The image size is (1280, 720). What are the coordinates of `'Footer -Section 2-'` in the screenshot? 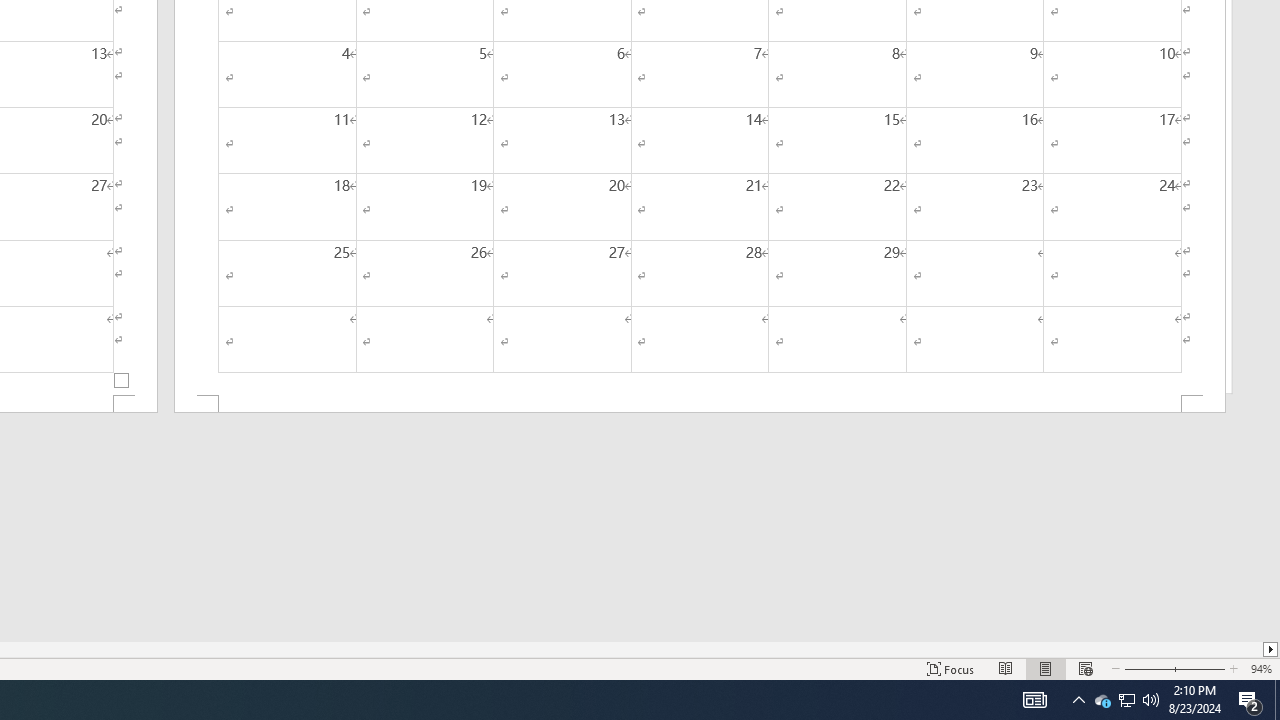 It's located at (700, 404).